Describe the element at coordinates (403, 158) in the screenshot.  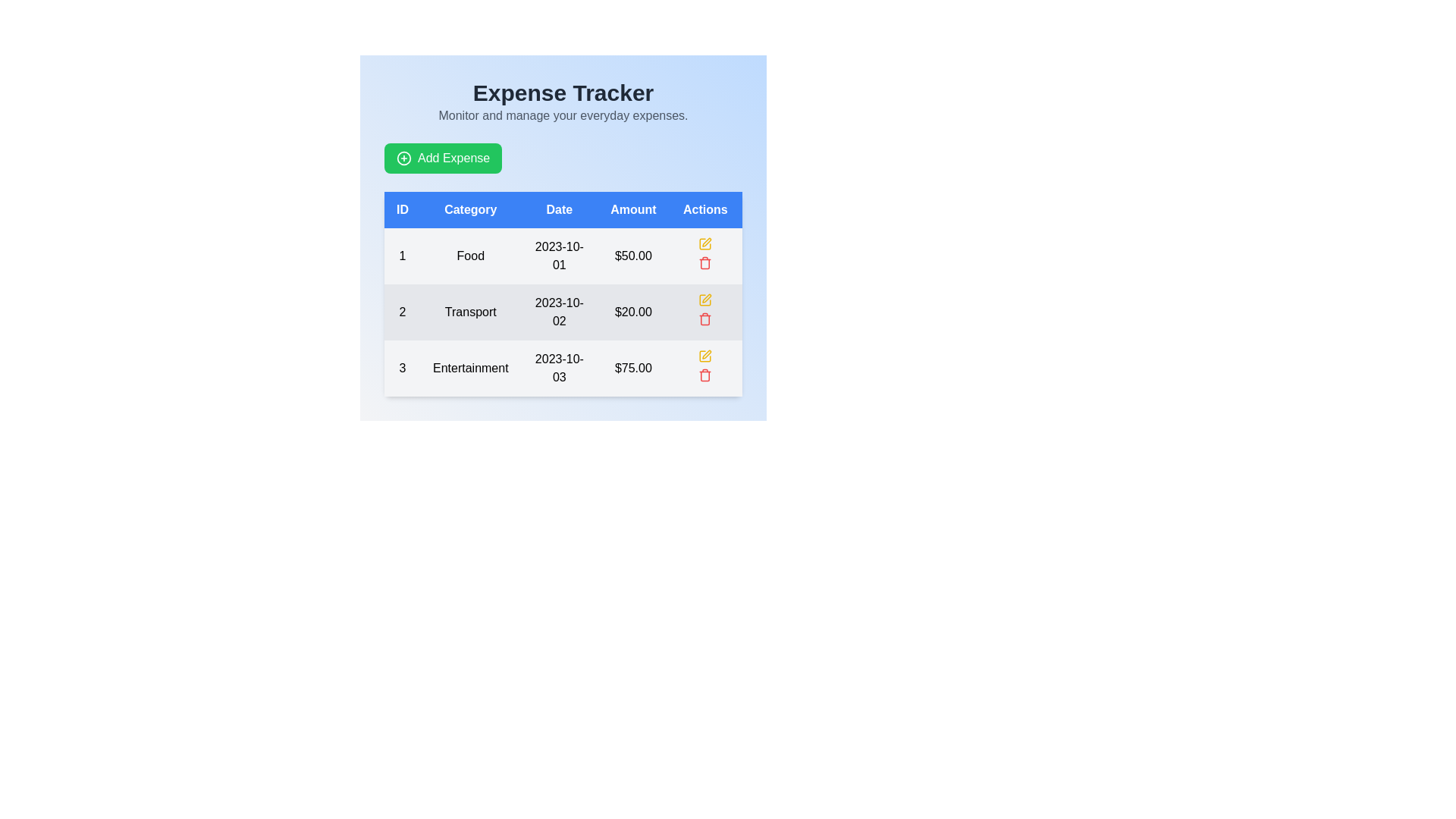
I see `the icon located to the left of the 'Add Expense' text` at that location.